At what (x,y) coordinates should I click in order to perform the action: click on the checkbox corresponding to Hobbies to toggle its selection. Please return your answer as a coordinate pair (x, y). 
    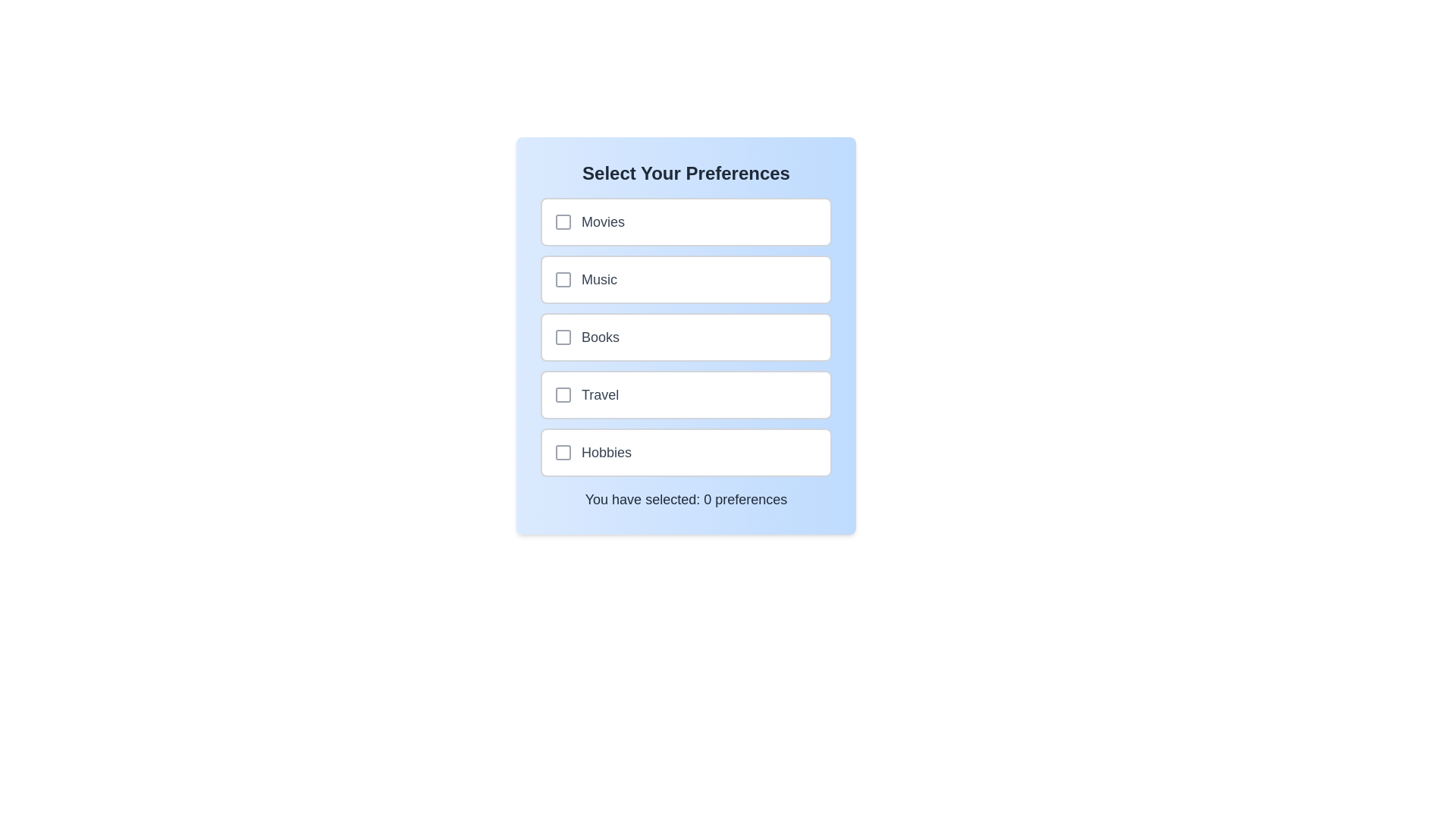
    Looking at the image, I should click on (563, 452).